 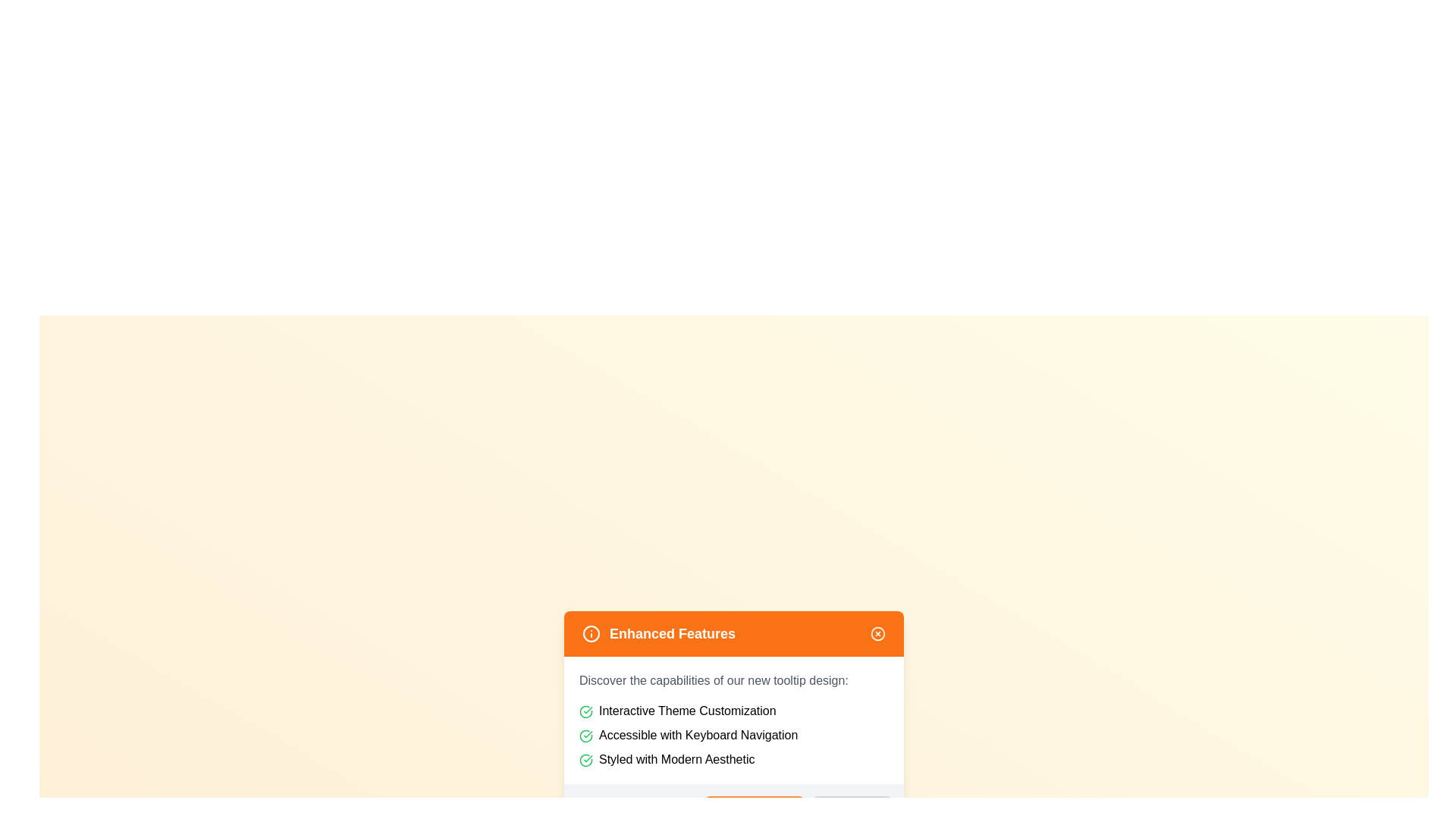 I want to click on the close button located at the far right of the orange header labeled 'Enhanced Features', so click(x=877, y=634).